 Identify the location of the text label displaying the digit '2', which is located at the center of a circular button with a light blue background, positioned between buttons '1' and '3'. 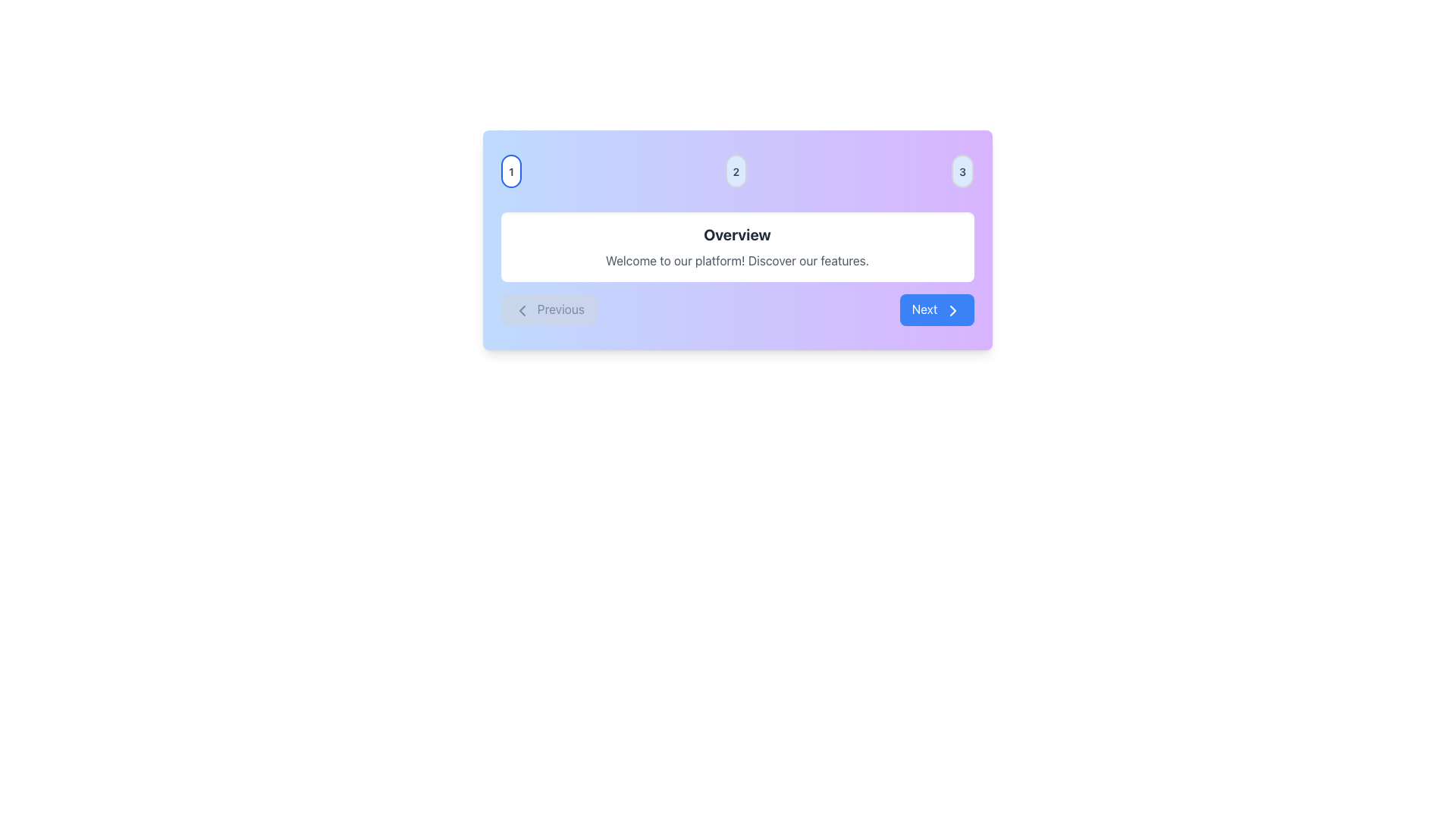
(736, 171).